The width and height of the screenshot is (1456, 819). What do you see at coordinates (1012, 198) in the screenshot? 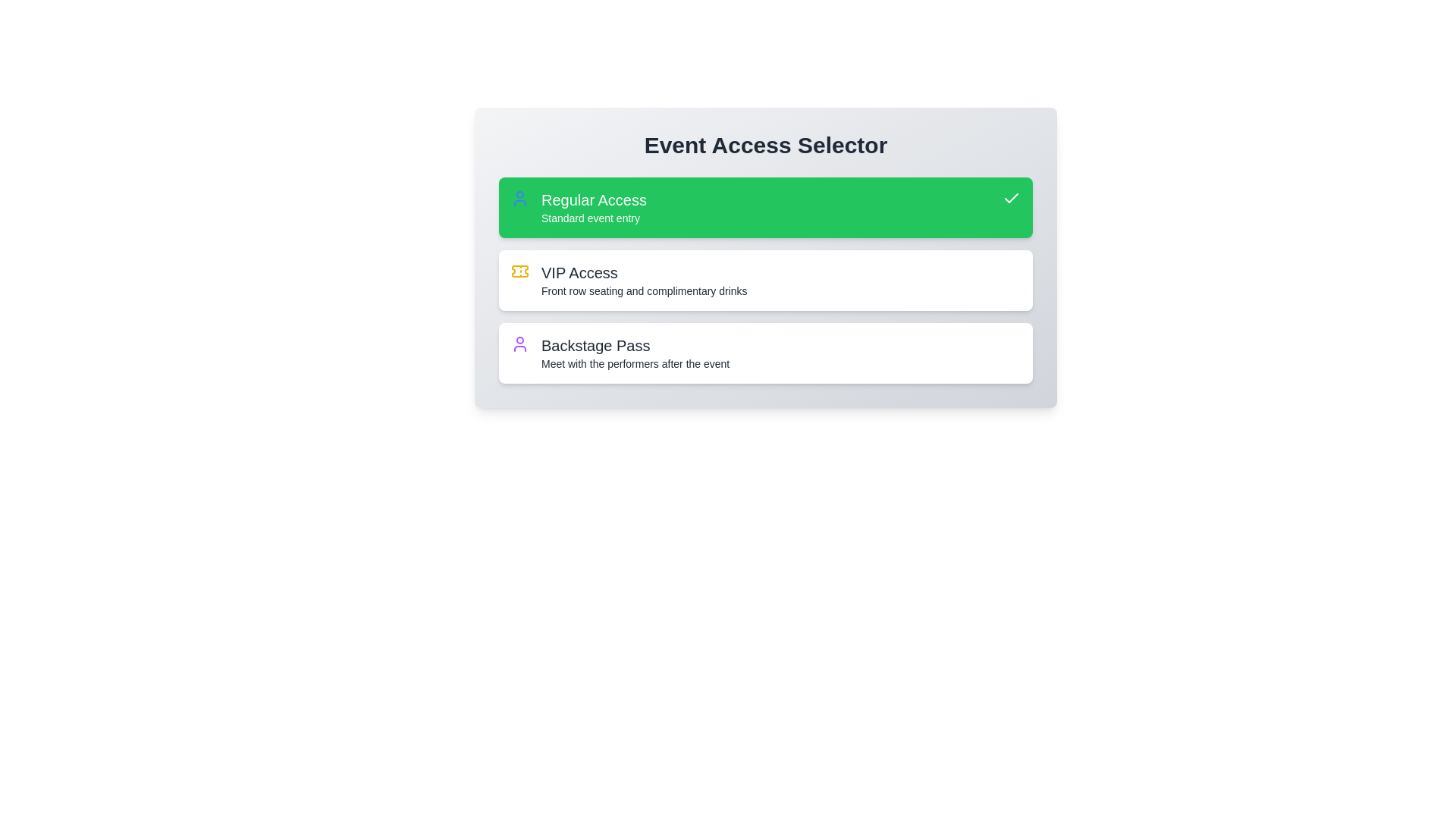
I see `the checkmark SVG icon indicating selection or confirmation of the 'Regular Access' option within the green section labeled 'Regular Access Standard event entry'` at bounding box center [1012, 198].